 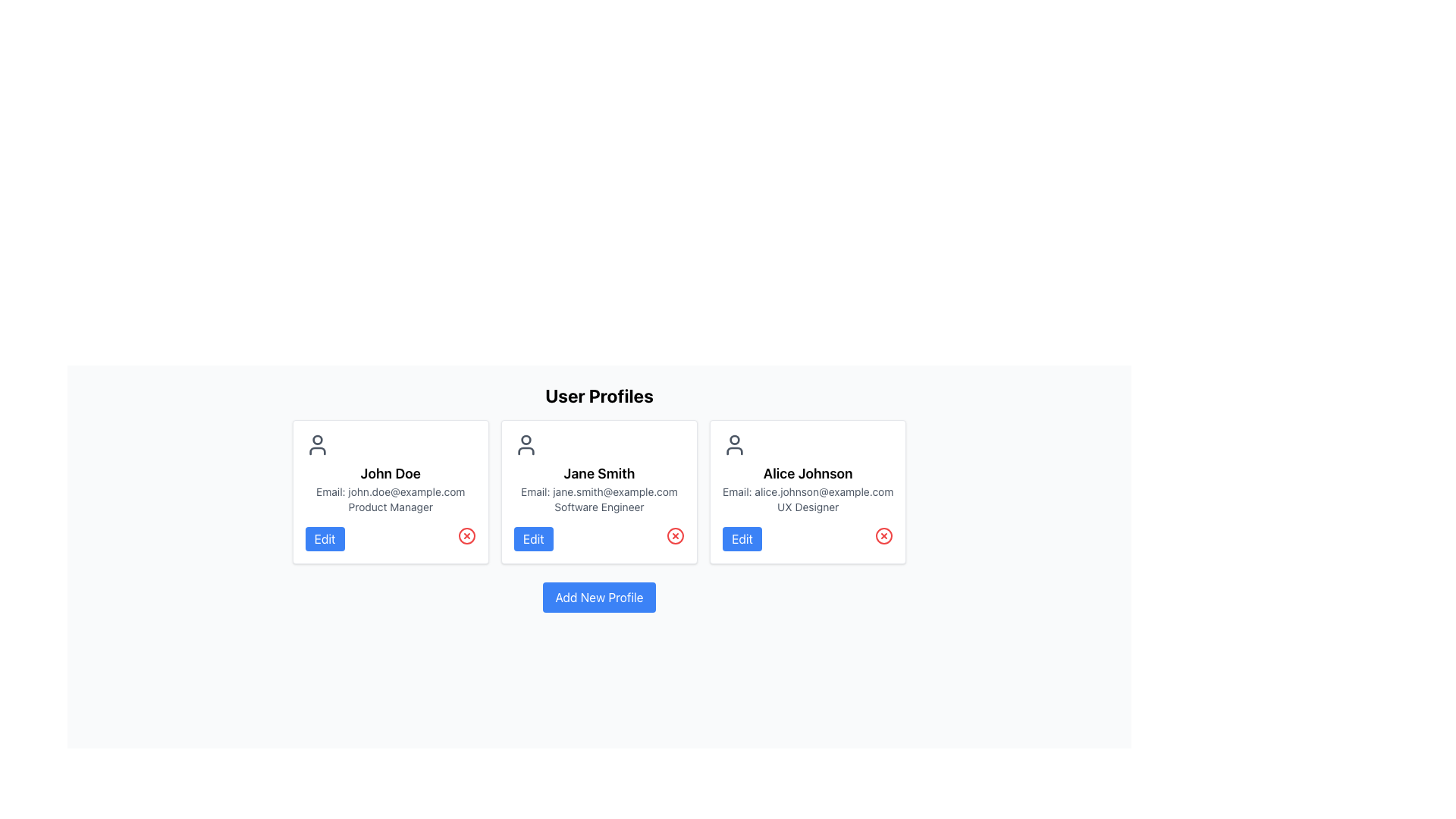 What do you see at coordinates (598, 538) in the screenshot?
I see `the 'Edit' button located on the left side of the row at the bottom section of Jane Smith's profile card to modify user details` at bounding box center [598, 538].